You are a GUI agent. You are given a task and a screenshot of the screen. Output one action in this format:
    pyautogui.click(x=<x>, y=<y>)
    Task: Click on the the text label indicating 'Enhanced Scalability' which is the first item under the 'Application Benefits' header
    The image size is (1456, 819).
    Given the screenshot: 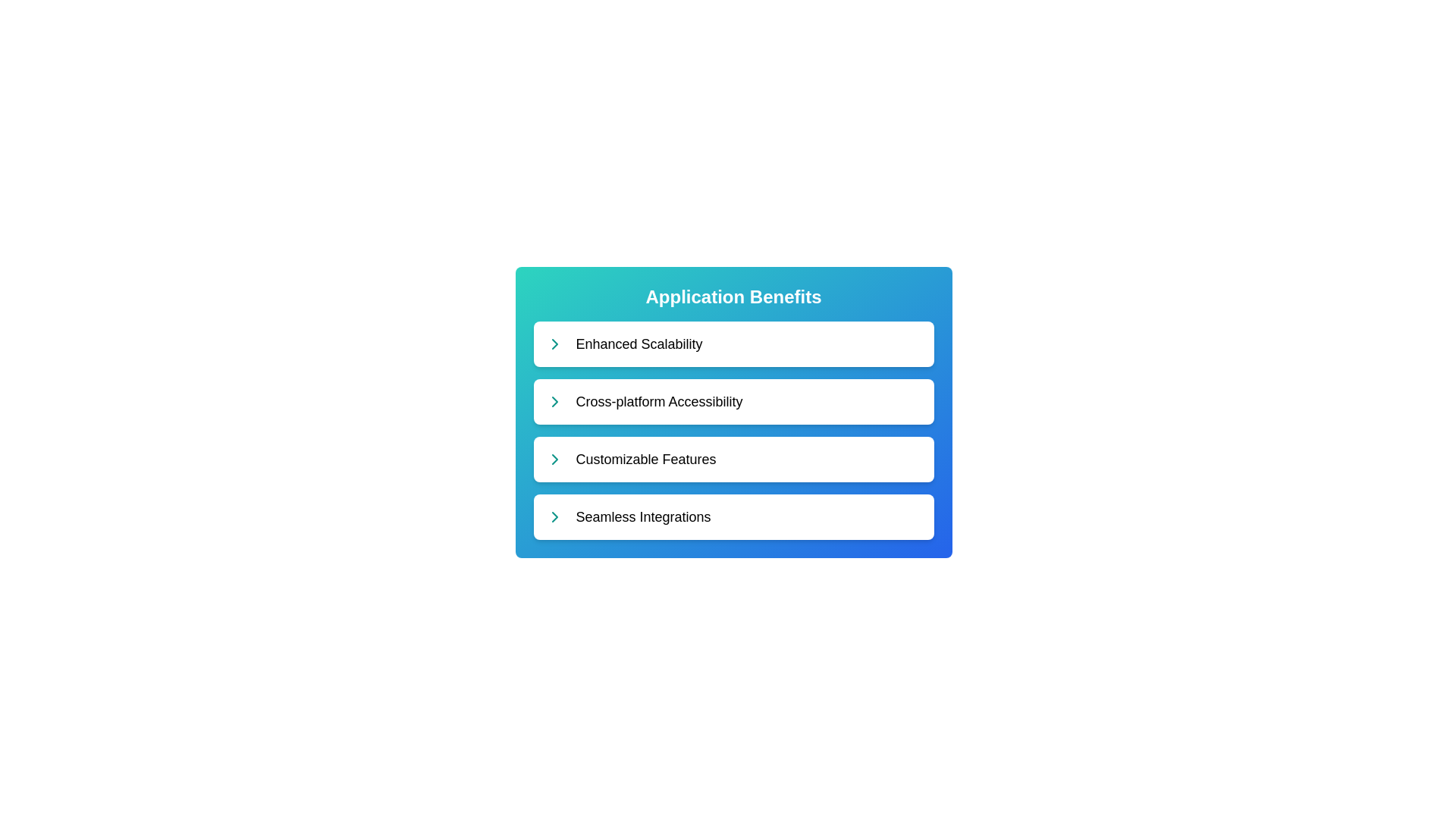 What is the action you would take?
    pyautogui.click(x=639, y=344)
    